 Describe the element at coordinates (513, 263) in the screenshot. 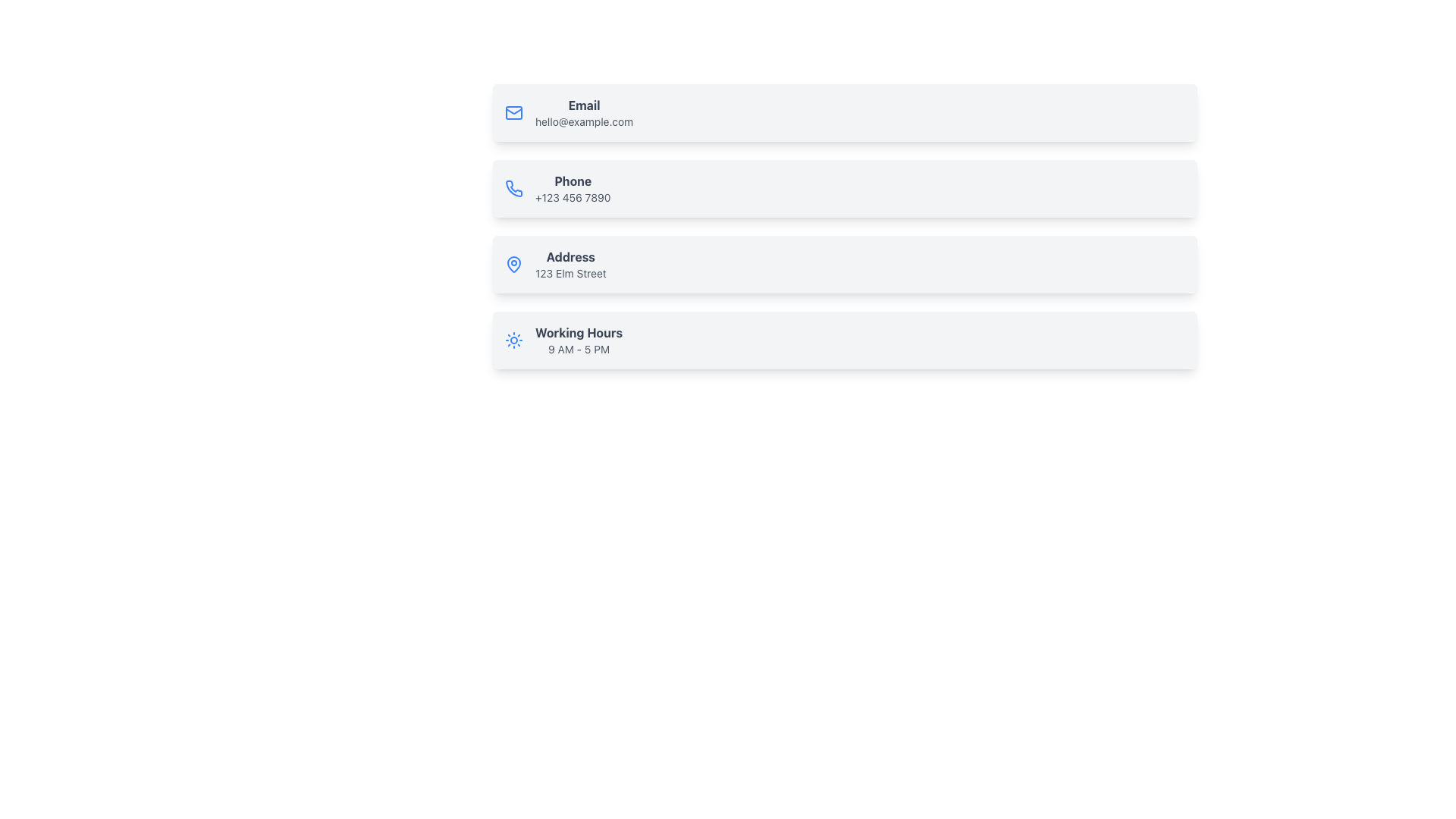

I see `the map pin icon located on the left side of the text 'Address 123 Elm Street', which is the first icon in the 'Address' entry block, the third entry in a vertical list of information blocks` at that location.